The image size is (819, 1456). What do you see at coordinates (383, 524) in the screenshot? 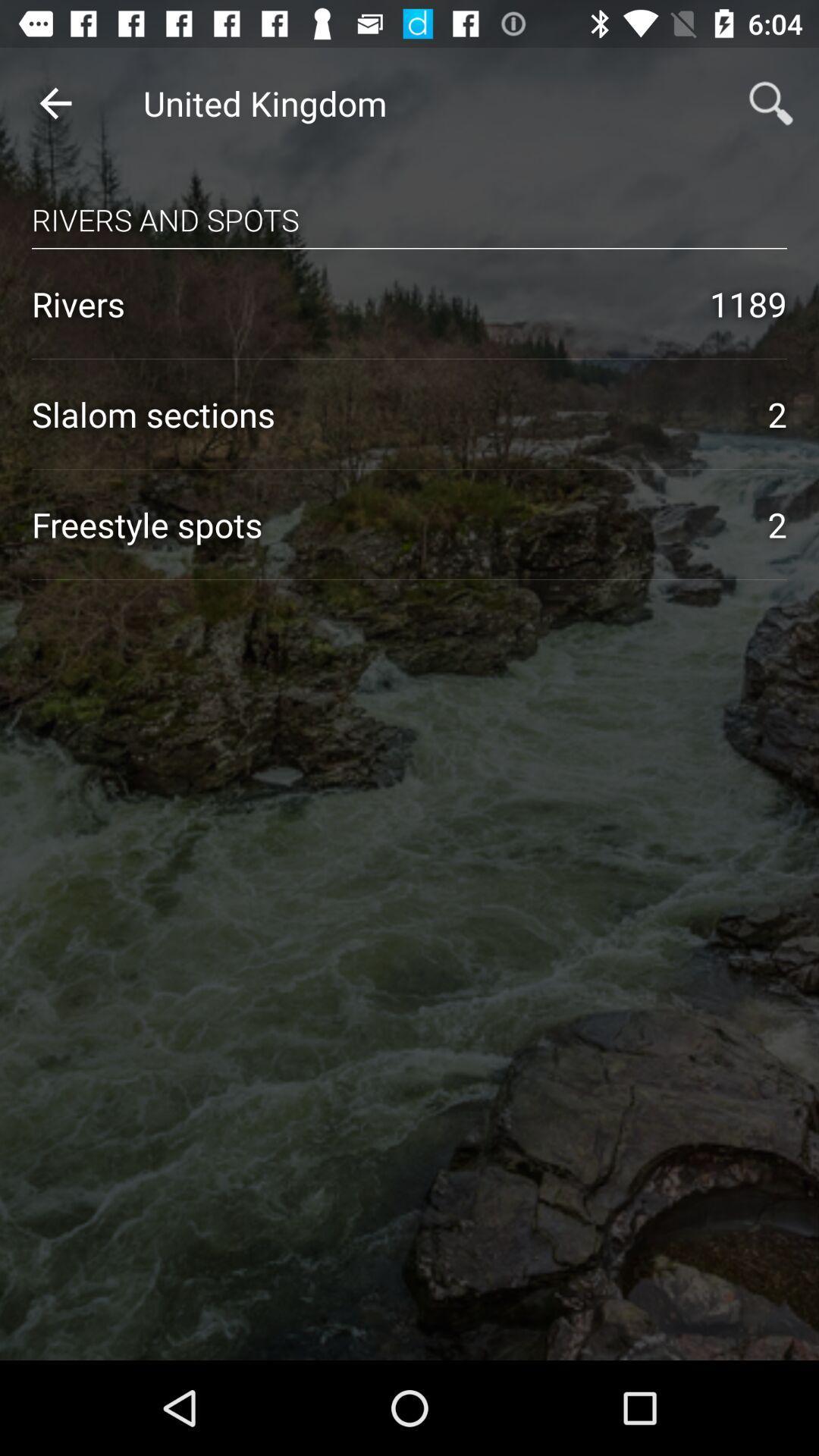
I see `icon to the left of 2` at bounding box center [383, 524].